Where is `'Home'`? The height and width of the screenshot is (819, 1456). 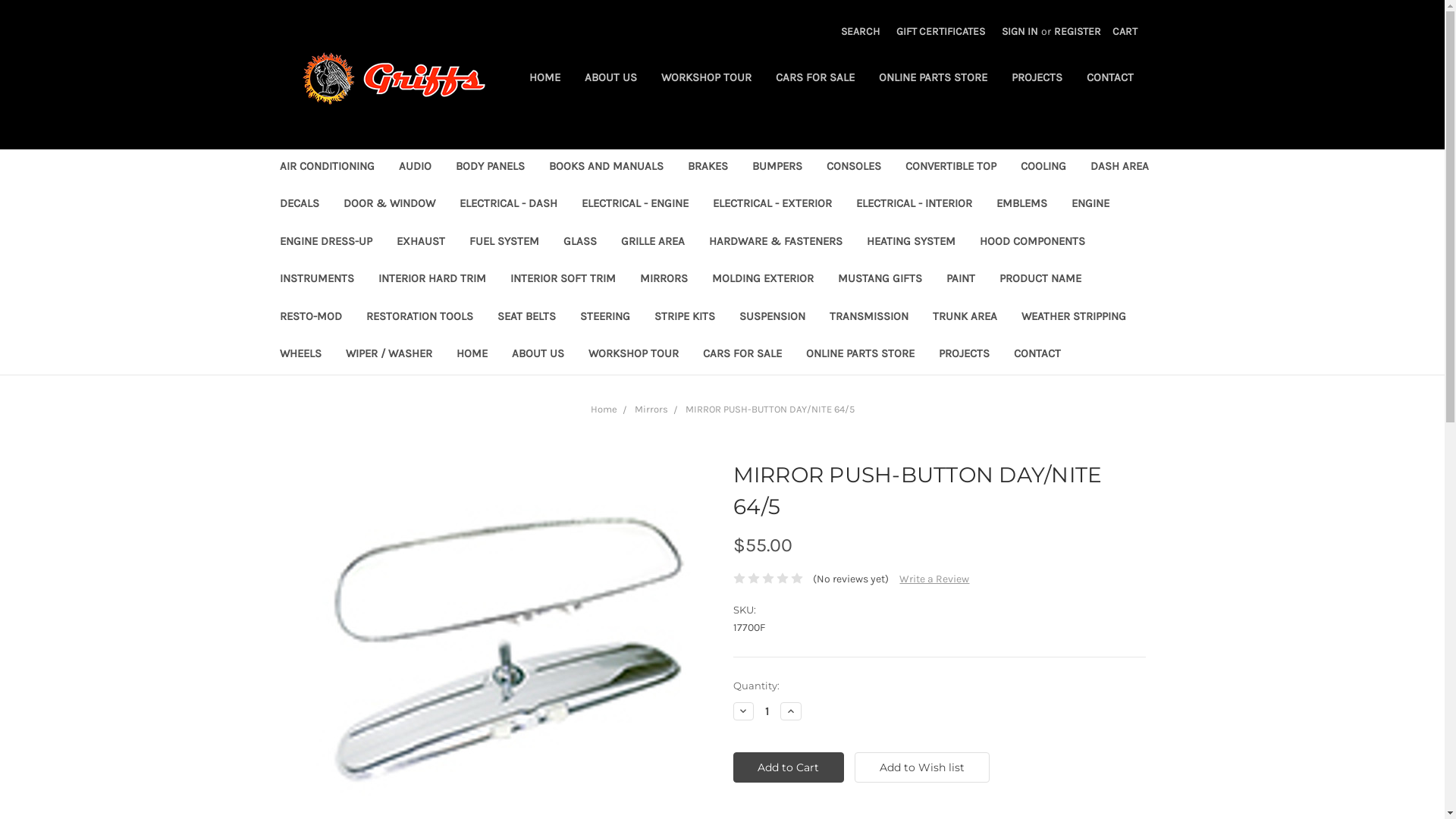
'Home' is located at coordinates (602, 408).